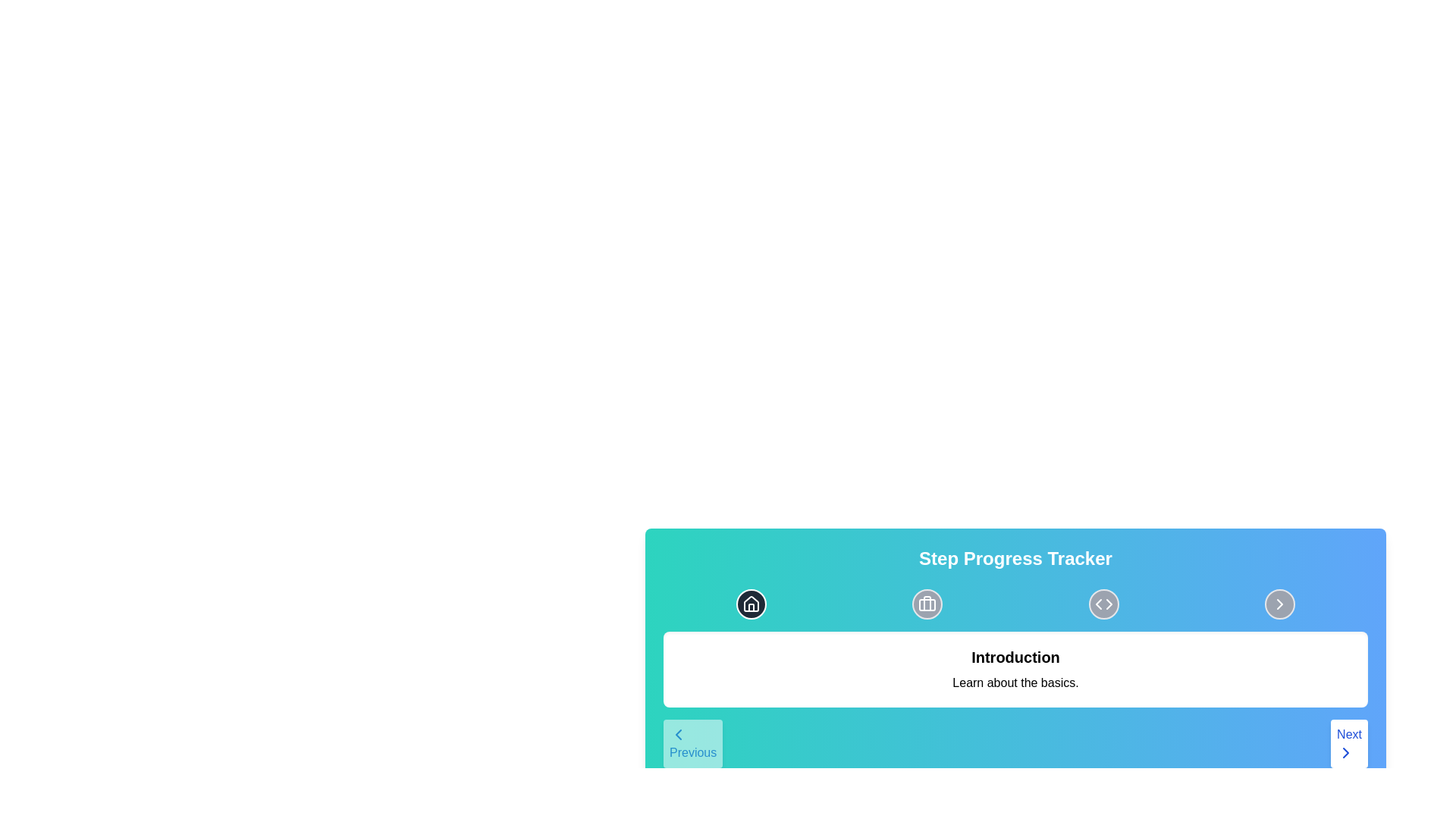 This screenshot has width=1456, height=819. I want to click on the appearance of the right chevron arrow within the fourth circular navigation button located on the blue gradient bar at the top-right corner of the interface, so click(1279, 604).